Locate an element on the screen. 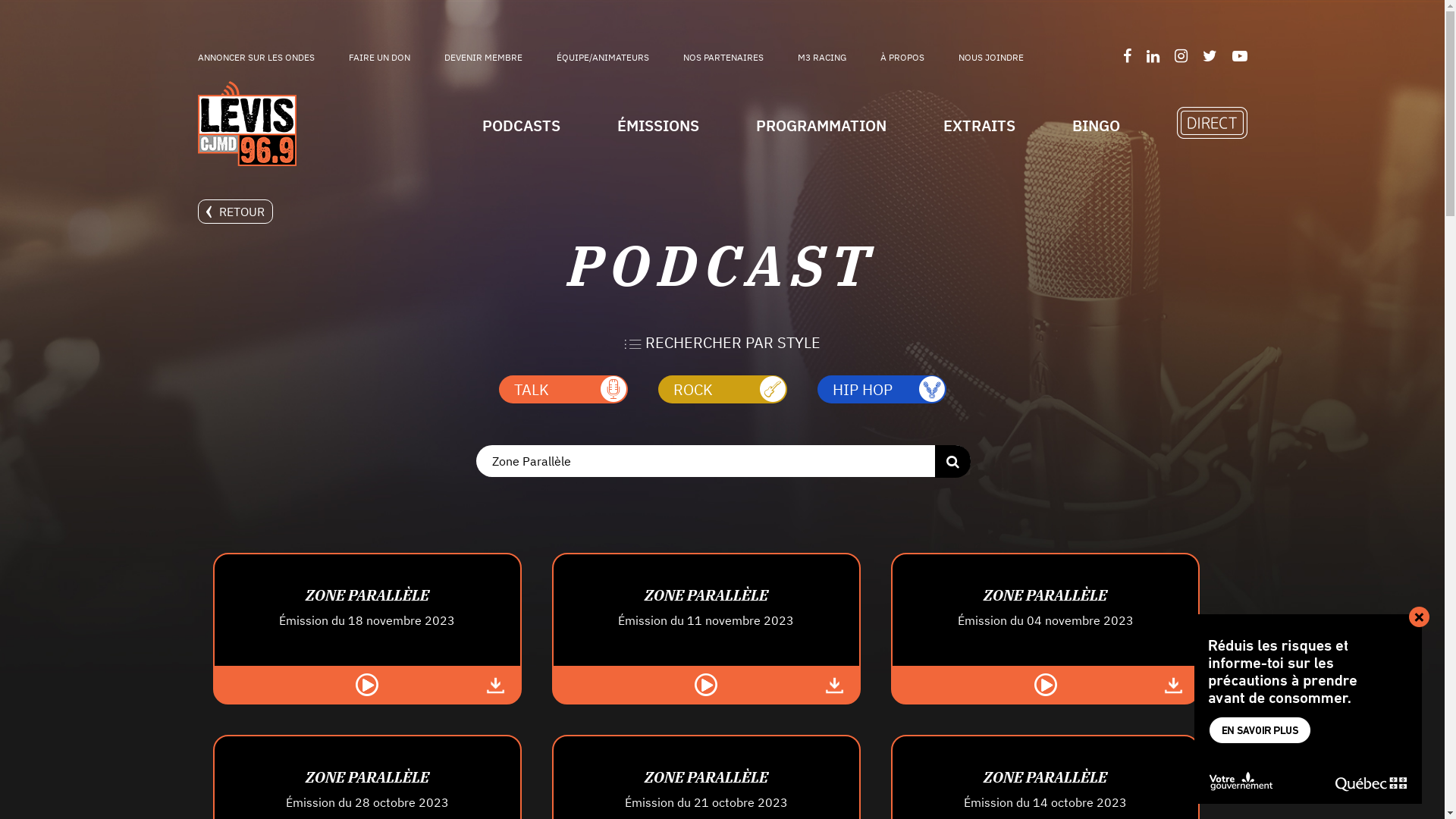  'Suivez-nous sur Facebook' is located at coordinates (1126, 55).